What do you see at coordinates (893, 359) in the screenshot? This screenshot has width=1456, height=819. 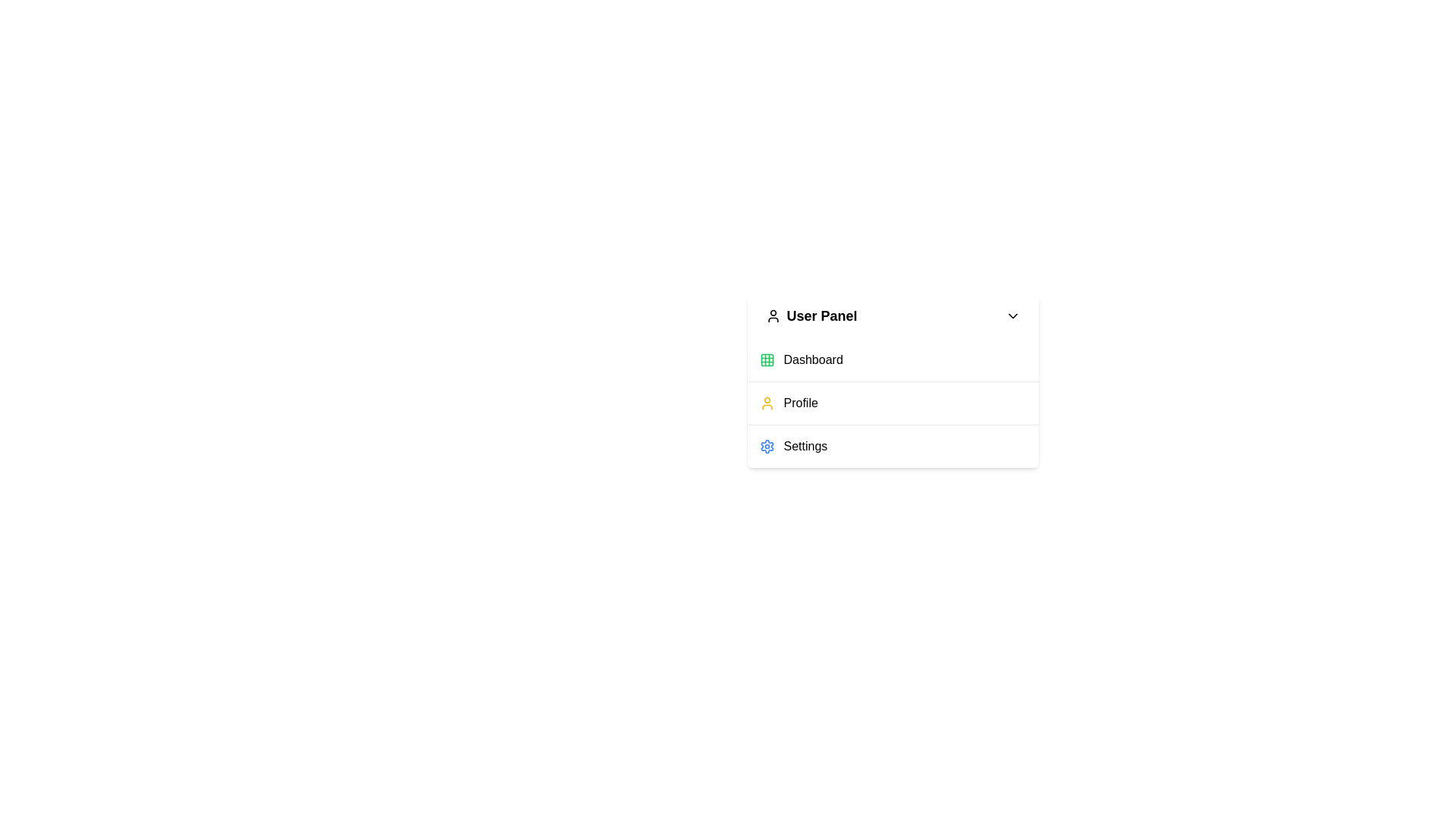 I see `the menu item Dashboard` at bounding box center [893, 359].